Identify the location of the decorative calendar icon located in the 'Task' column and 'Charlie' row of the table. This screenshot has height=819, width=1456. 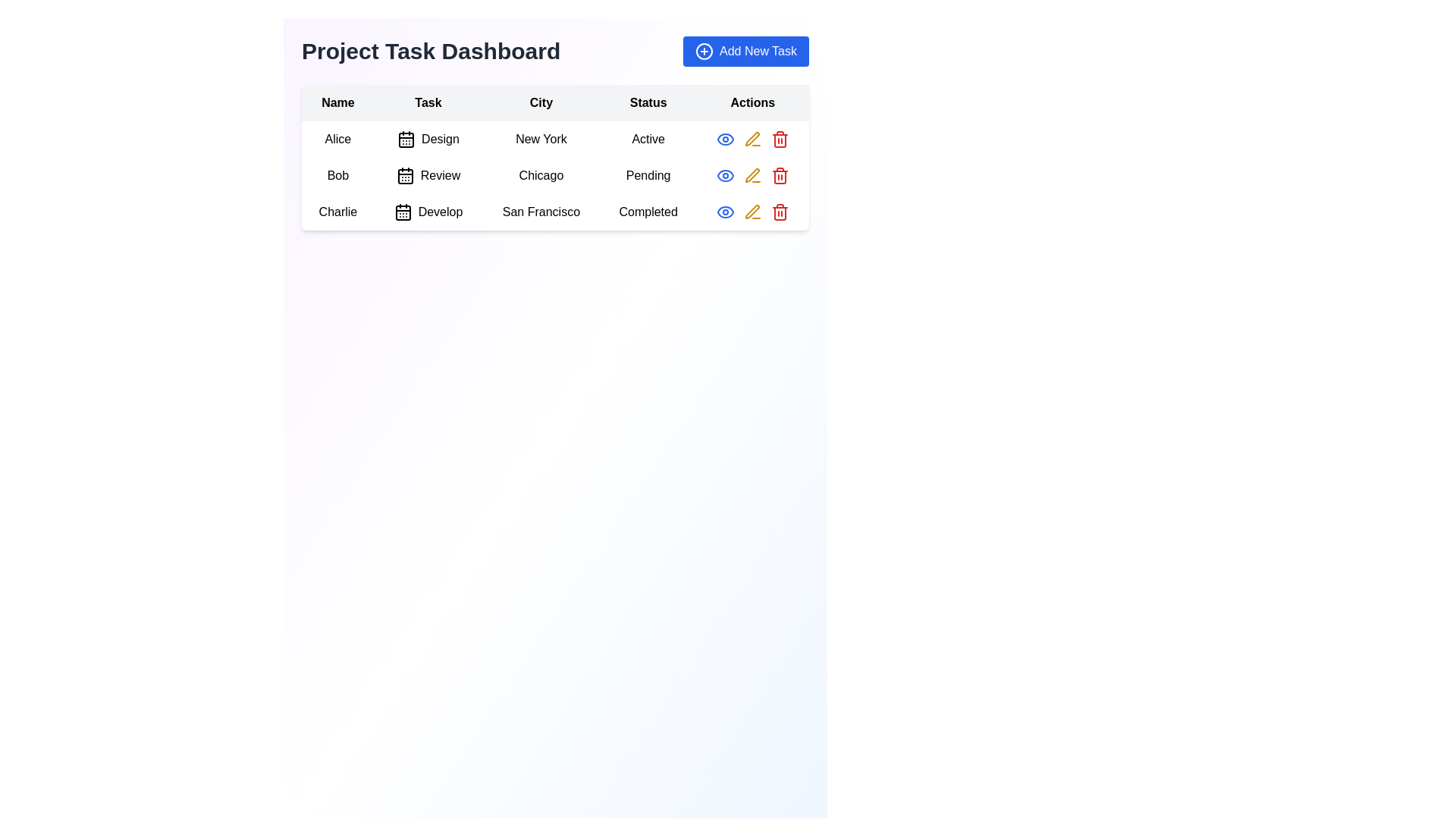
(403, 213).